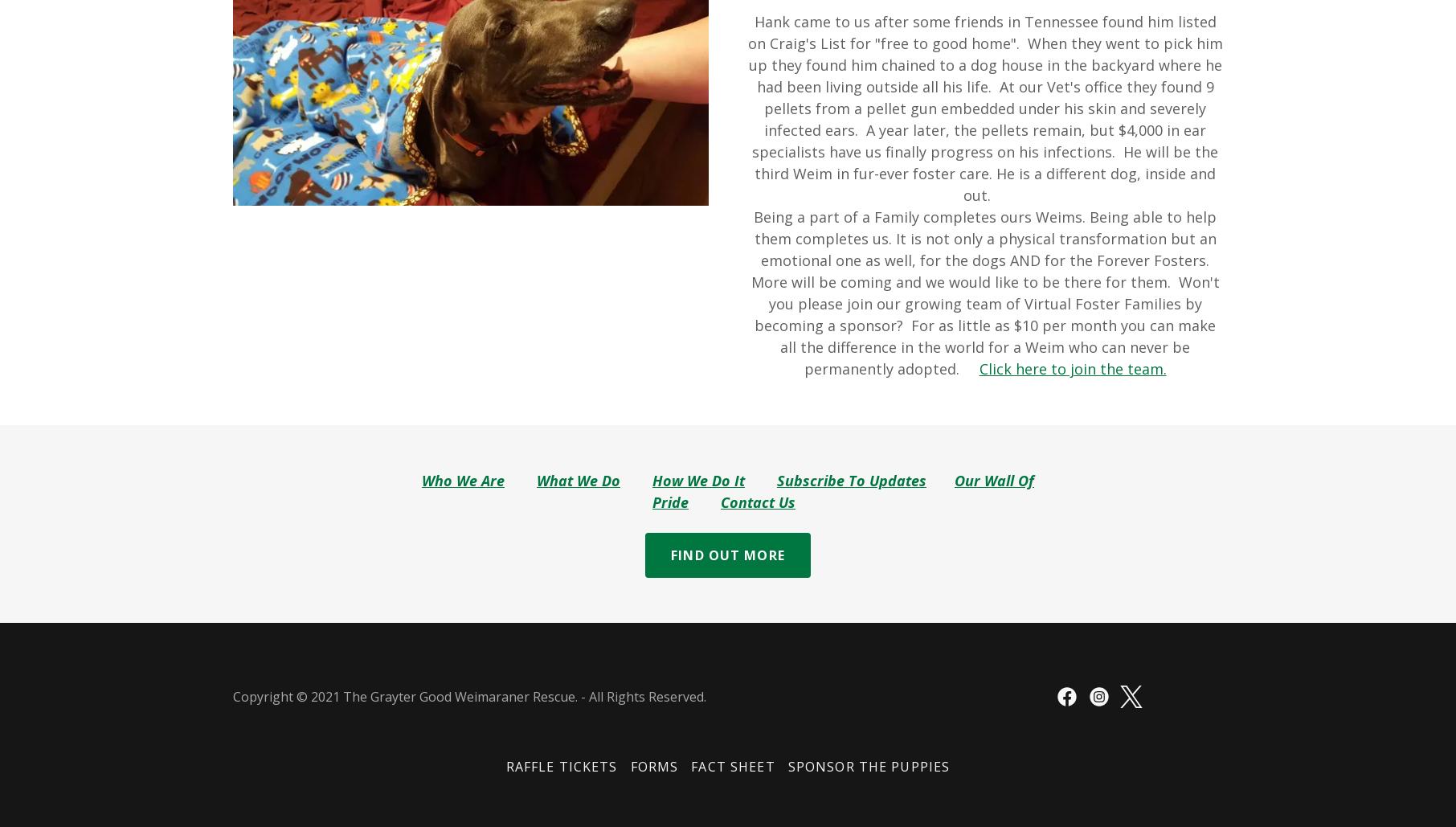 The height and width of the screenshot is (827, 1456). What do you see at coordinates (561, 766) in the screenshot?
I see `'Raffle Tickets'` at bounding box center [561, 766].